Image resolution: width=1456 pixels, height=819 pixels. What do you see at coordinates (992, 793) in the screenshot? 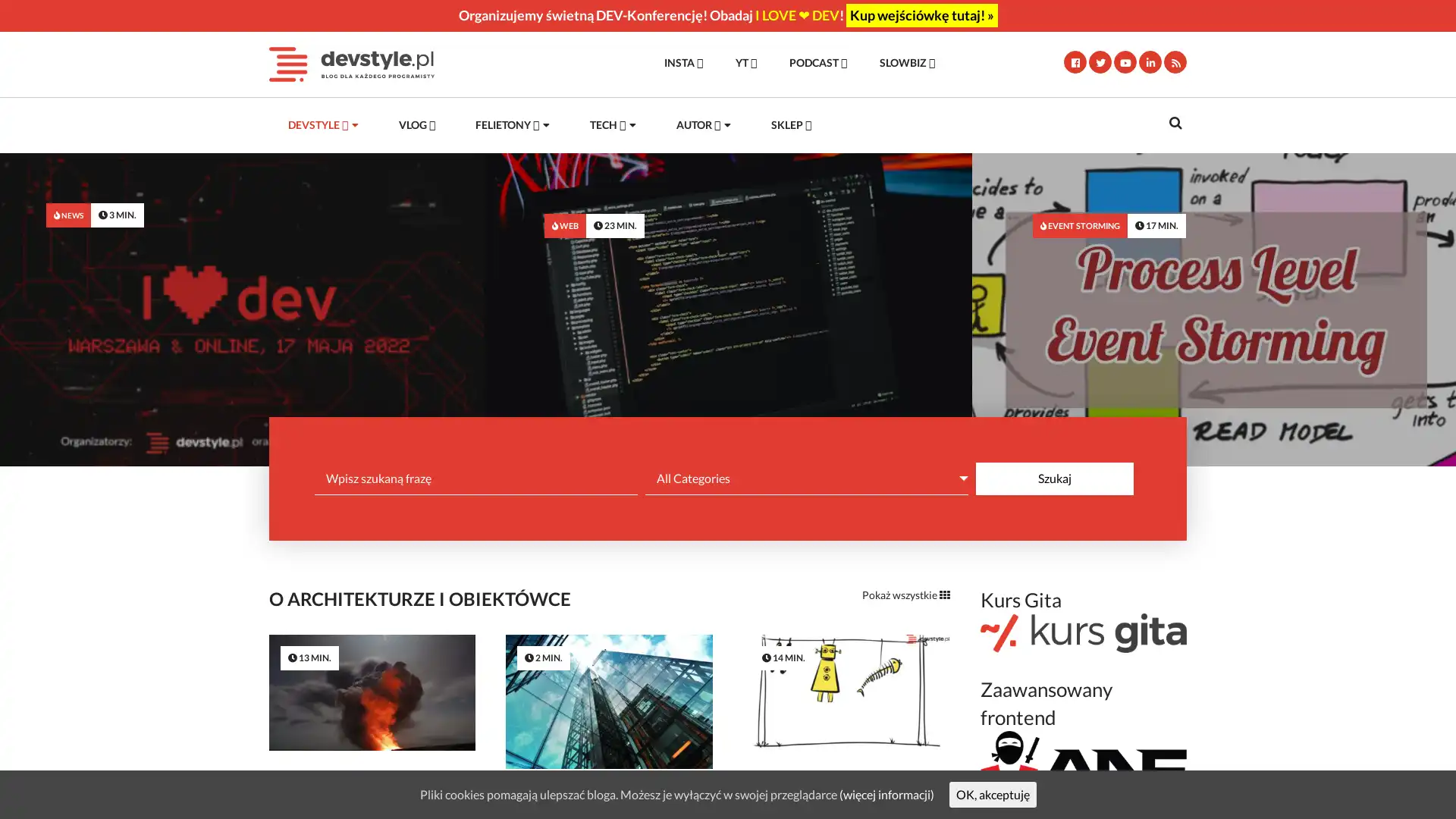
I see `OK, akceptuje` at bounding box center [992, 793].